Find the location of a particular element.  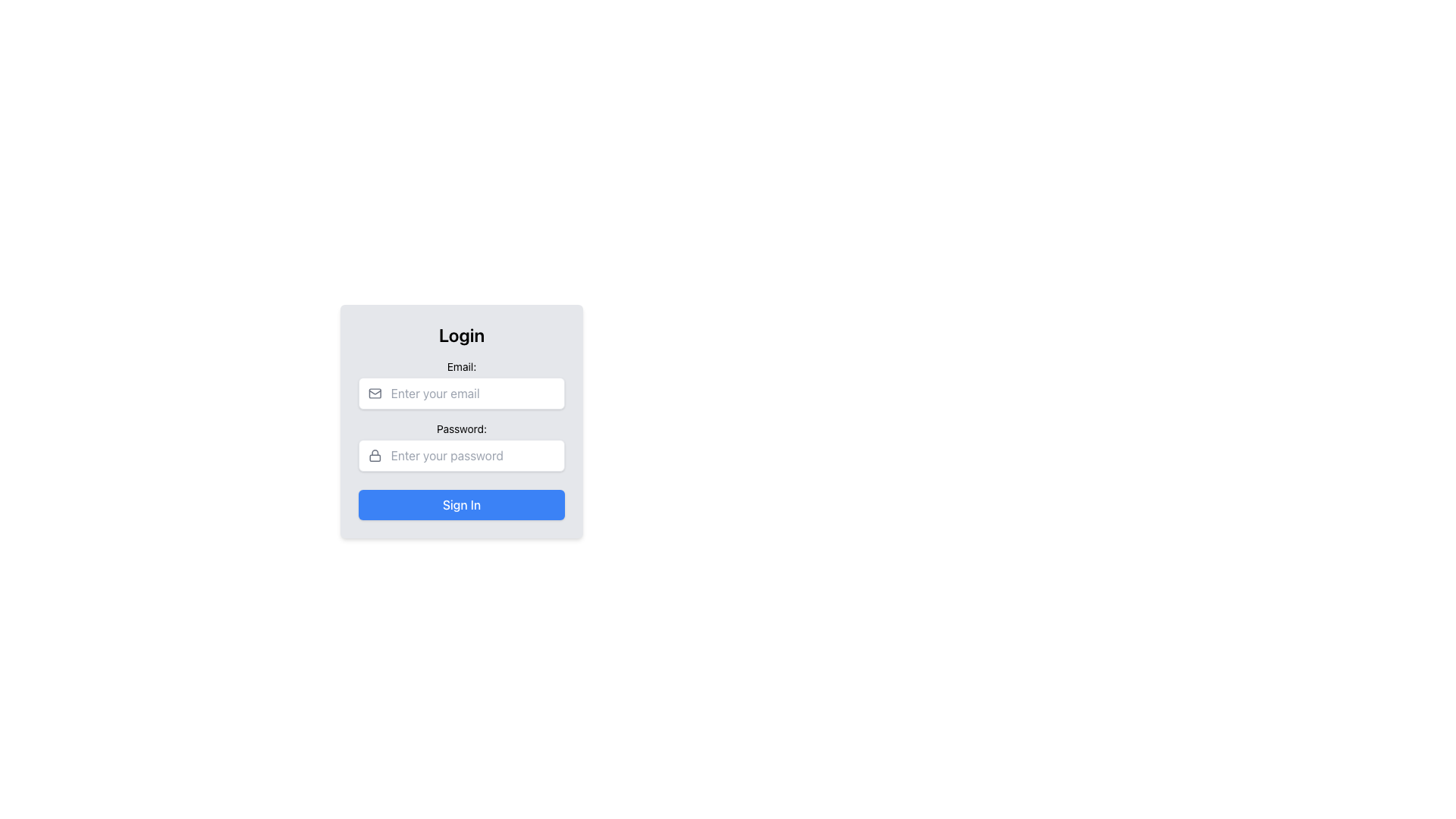

the email input field located below the 'Email:' label in the login form panel to focus on it for user input is located at coordinates (472, 393).